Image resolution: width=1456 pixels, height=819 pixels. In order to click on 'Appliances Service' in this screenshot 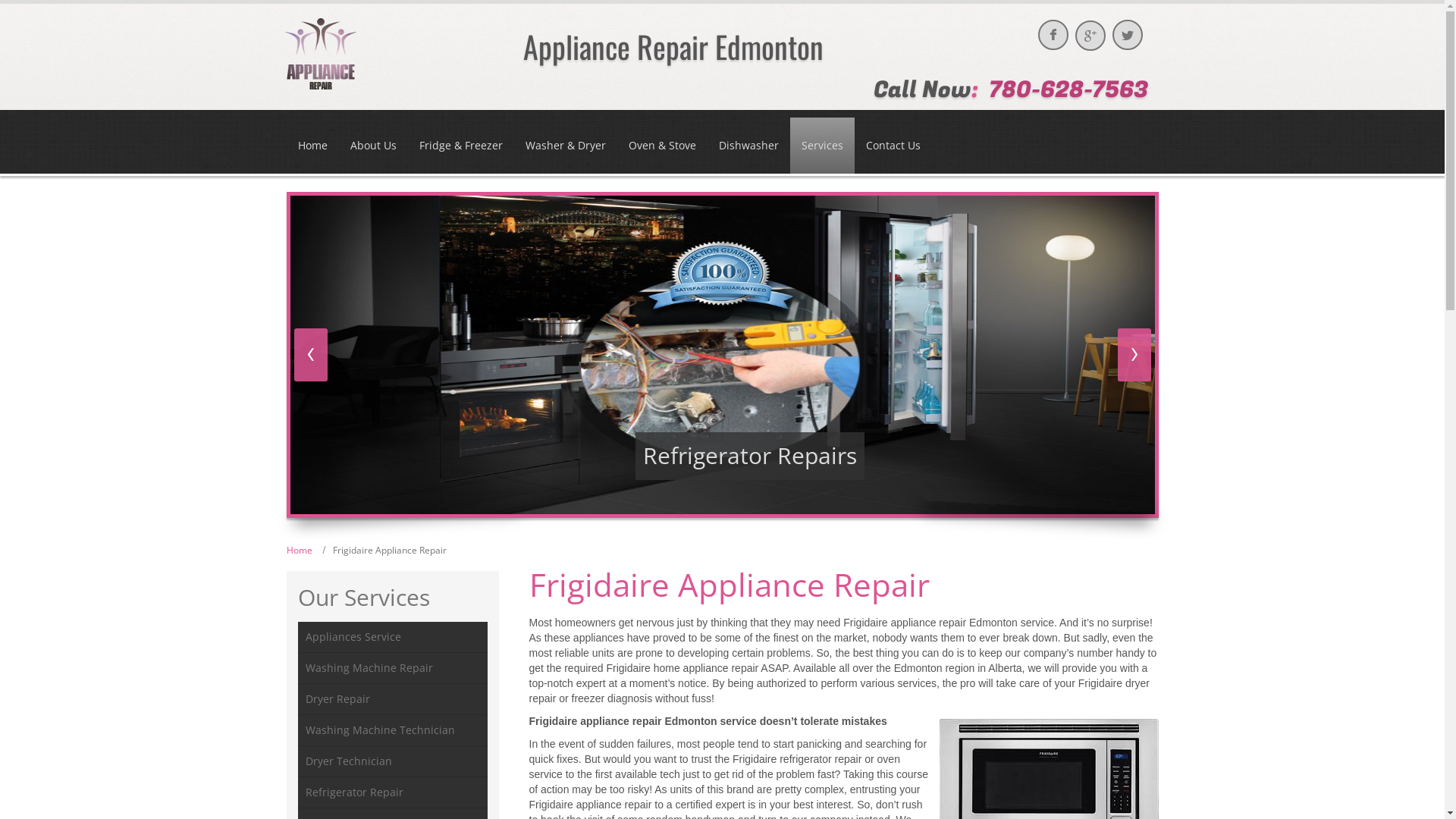, I will do `click(392, 637)`.